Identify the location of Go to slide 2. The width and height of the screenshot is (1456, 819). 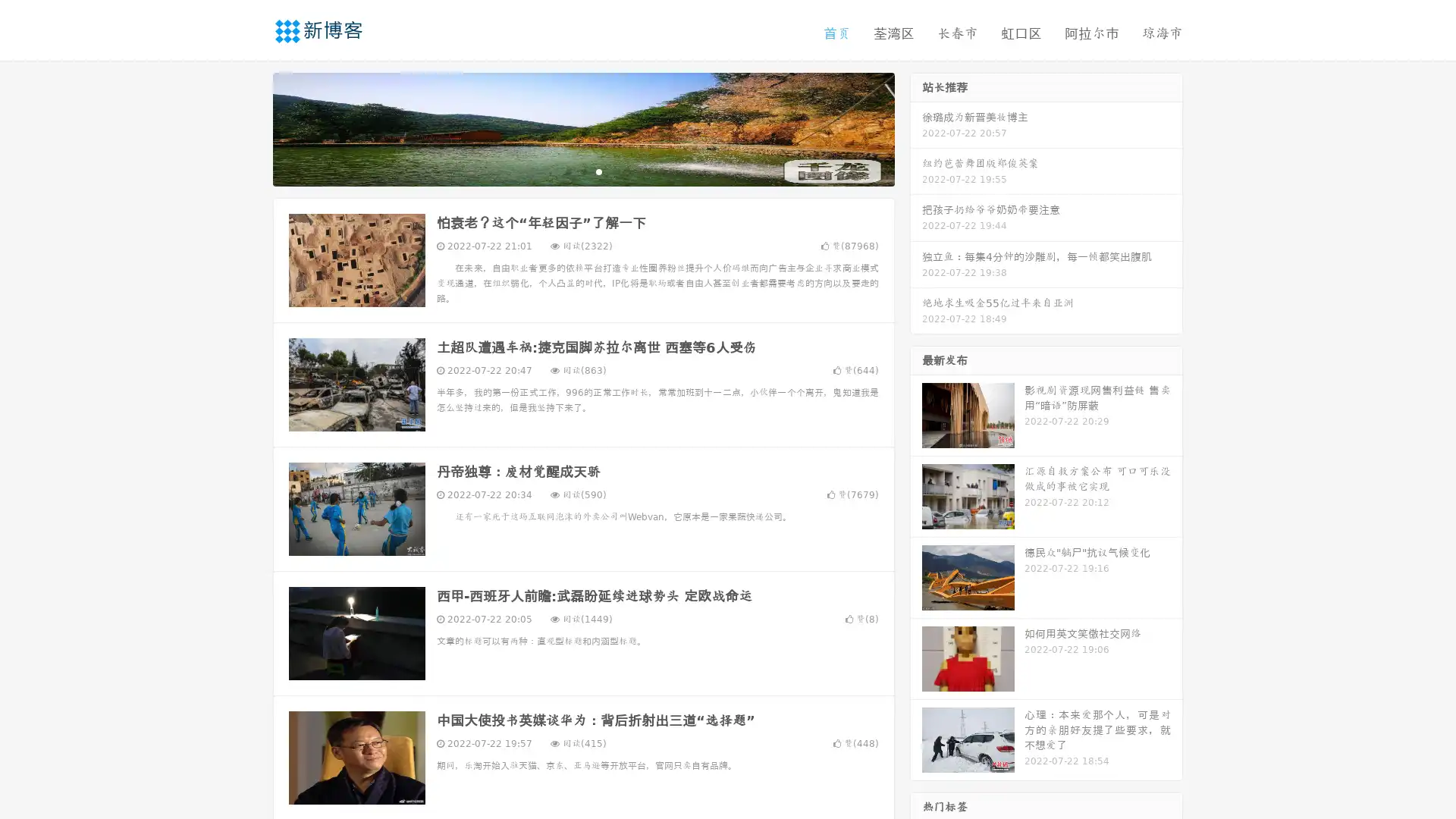
(582, 171).